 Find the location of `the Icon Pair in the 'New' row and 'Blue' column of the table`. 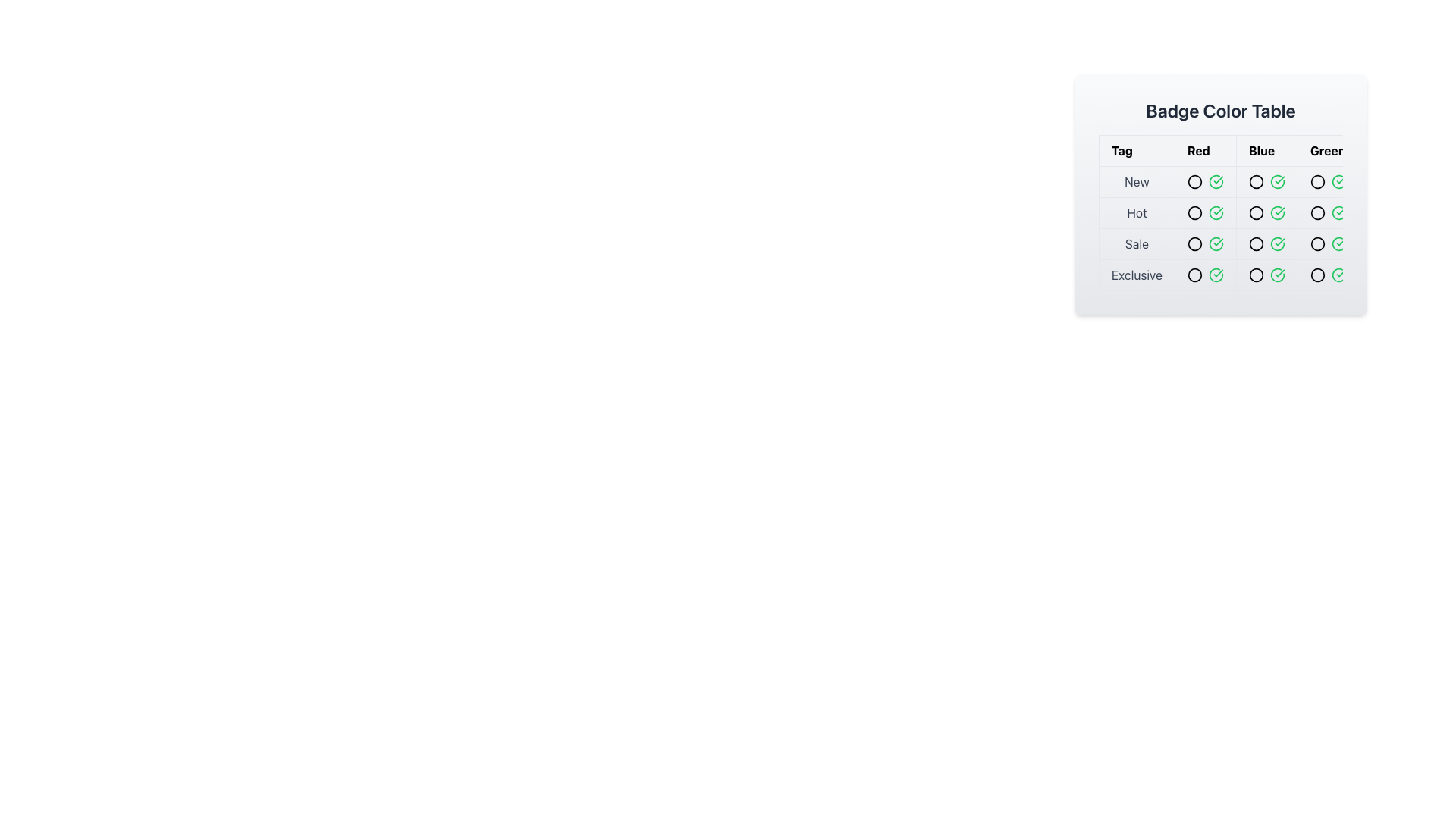

the Icon Pair in the 'New' row and 'Blue' column of the table is located at coordinates (1266, 180).